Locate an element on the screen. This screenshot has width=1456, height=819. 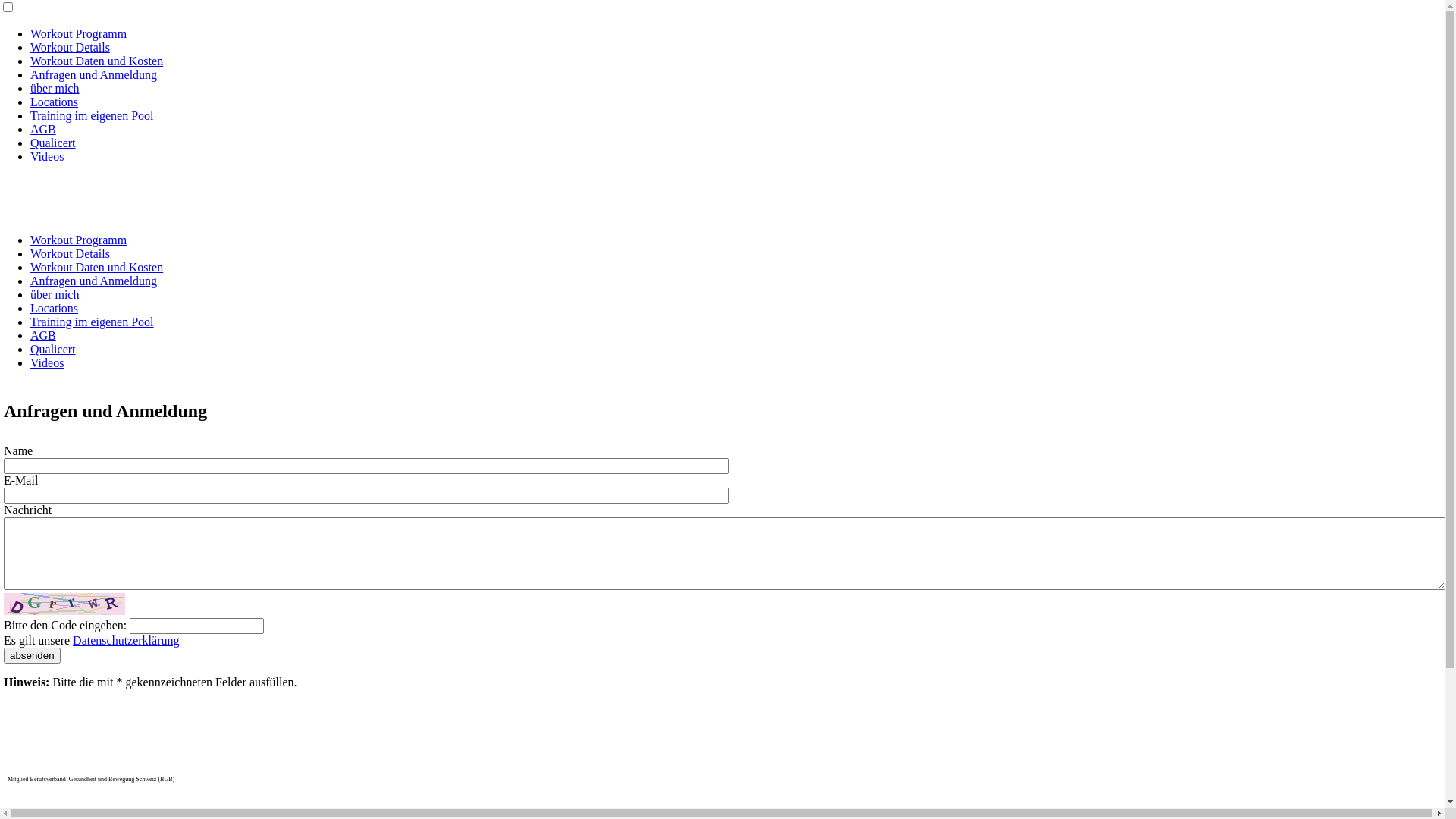
'Workout Daten und Kosten' is located at coordinates (30, 60).